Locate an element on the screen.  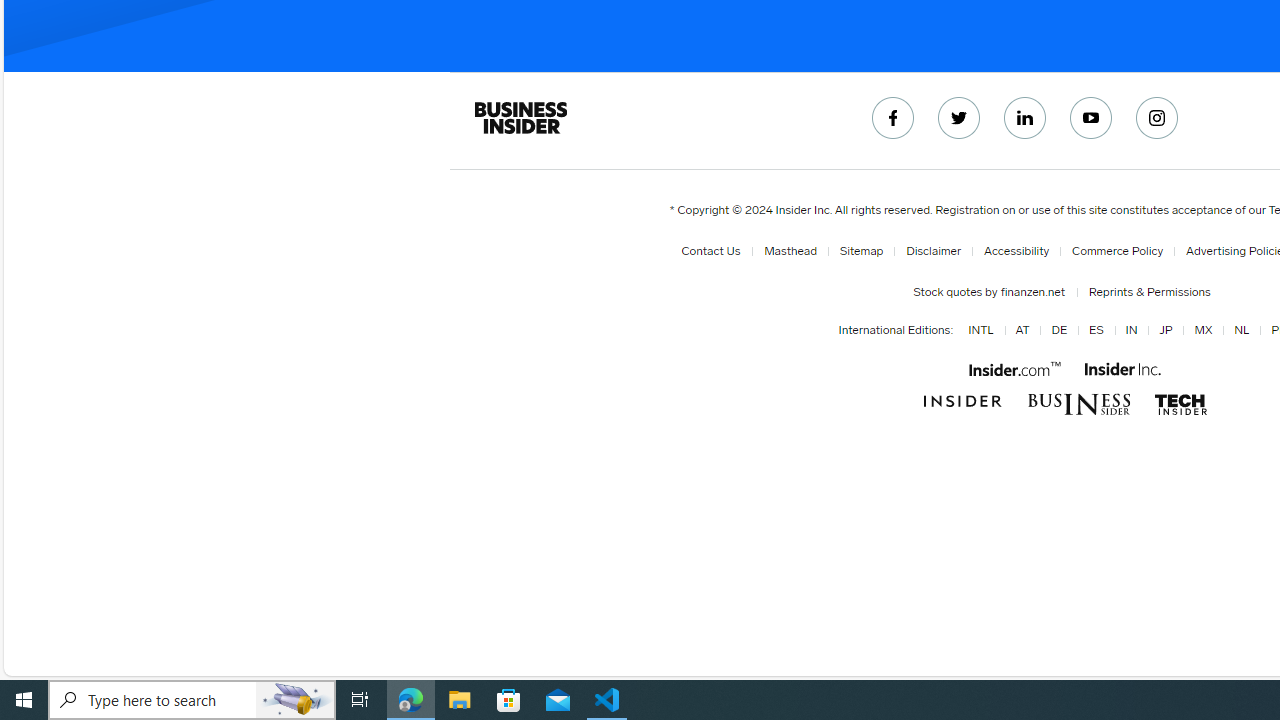
'Click to visit us on Twitter' is located at coordinates (958, 118).